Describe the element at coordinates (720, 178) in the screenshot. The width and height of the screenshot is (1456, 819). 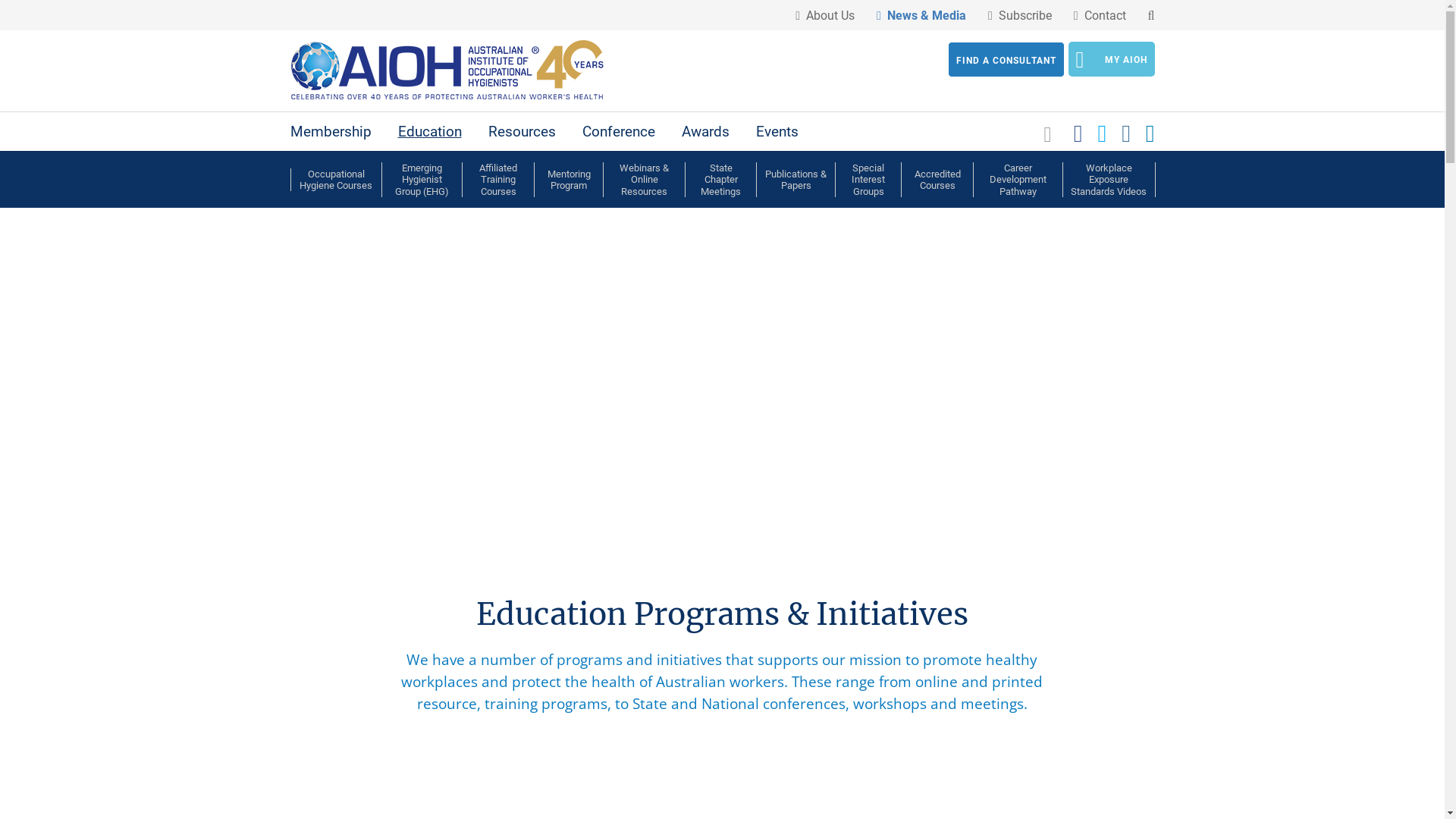
I see `'State Chapter Meetings'` at that location.